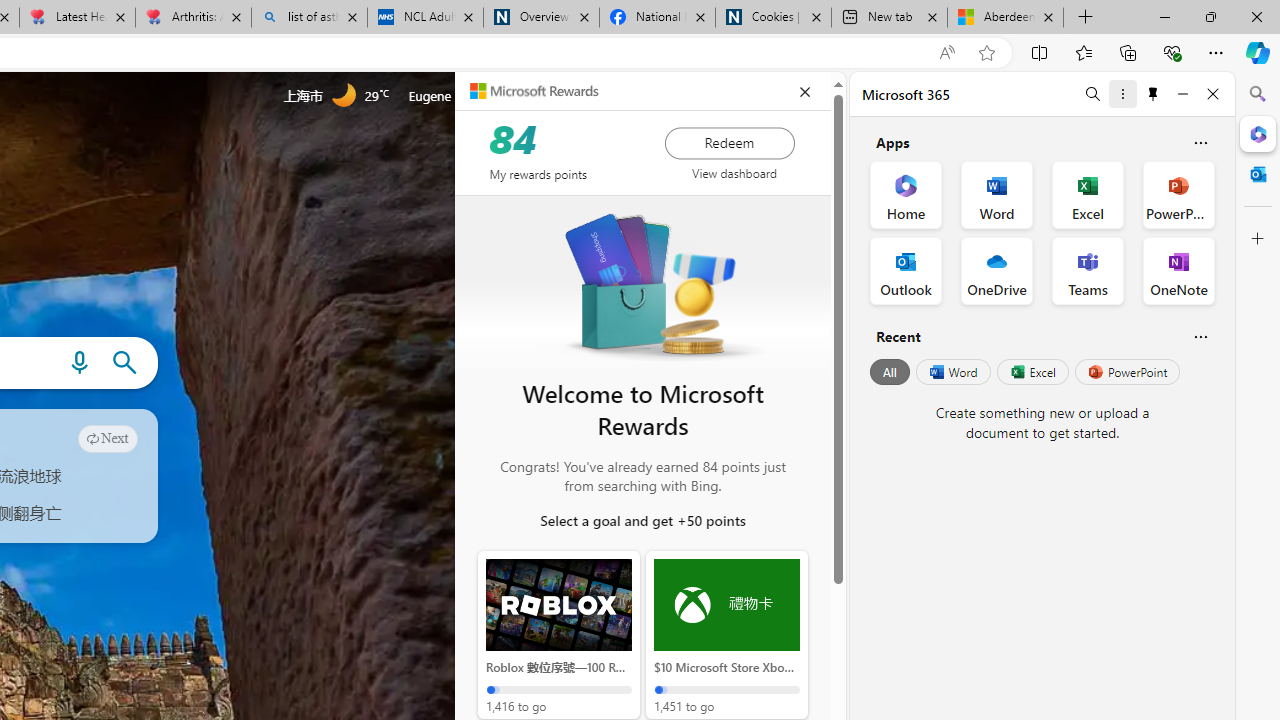 The image size is (1280, 720). Describe the element at coordinates (805, 91) in the screenshot. I see `'closeEduPanel'` at that location.